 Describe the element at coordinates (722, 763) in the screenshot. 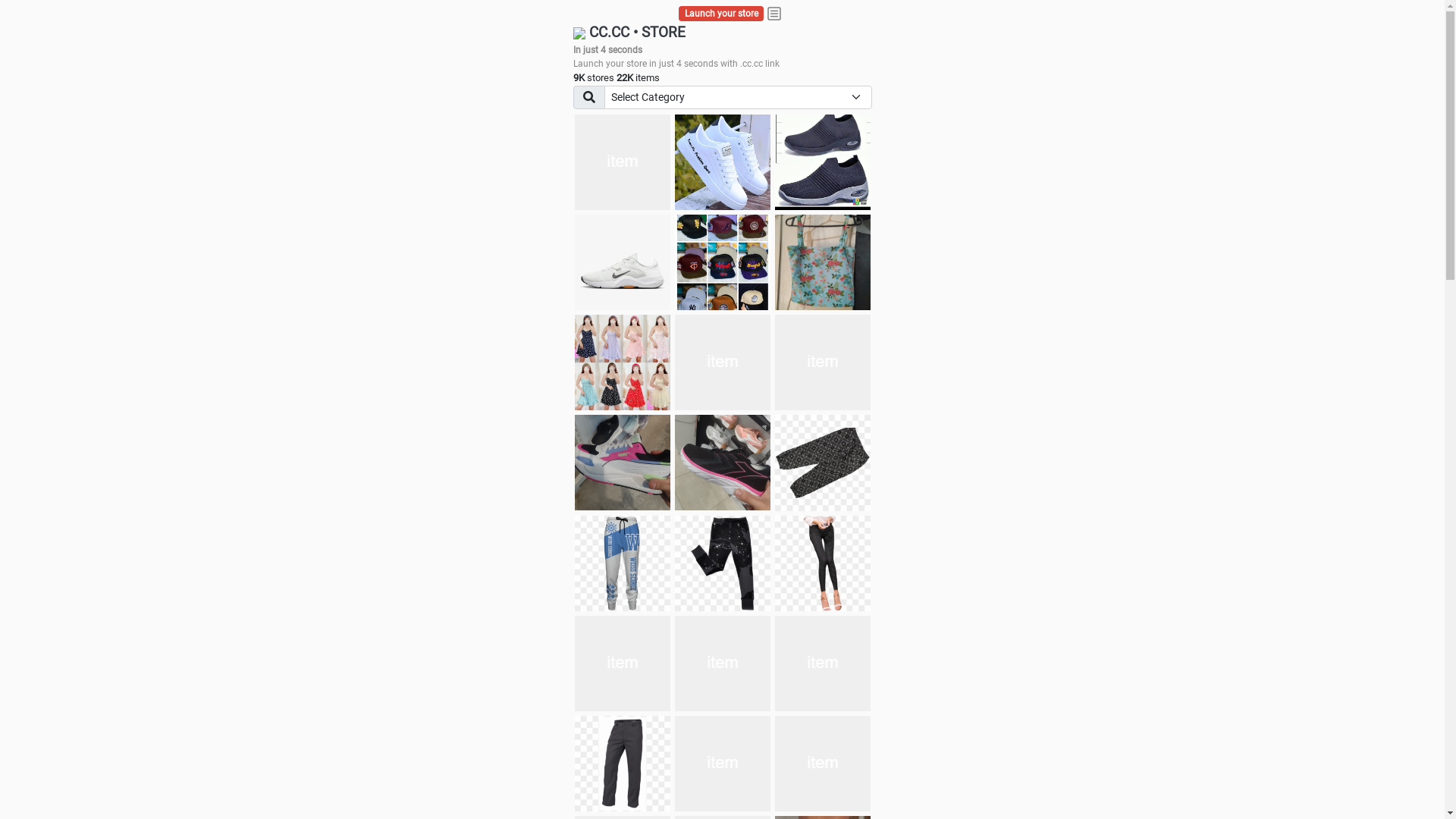

I see `'Pant'` at that location.